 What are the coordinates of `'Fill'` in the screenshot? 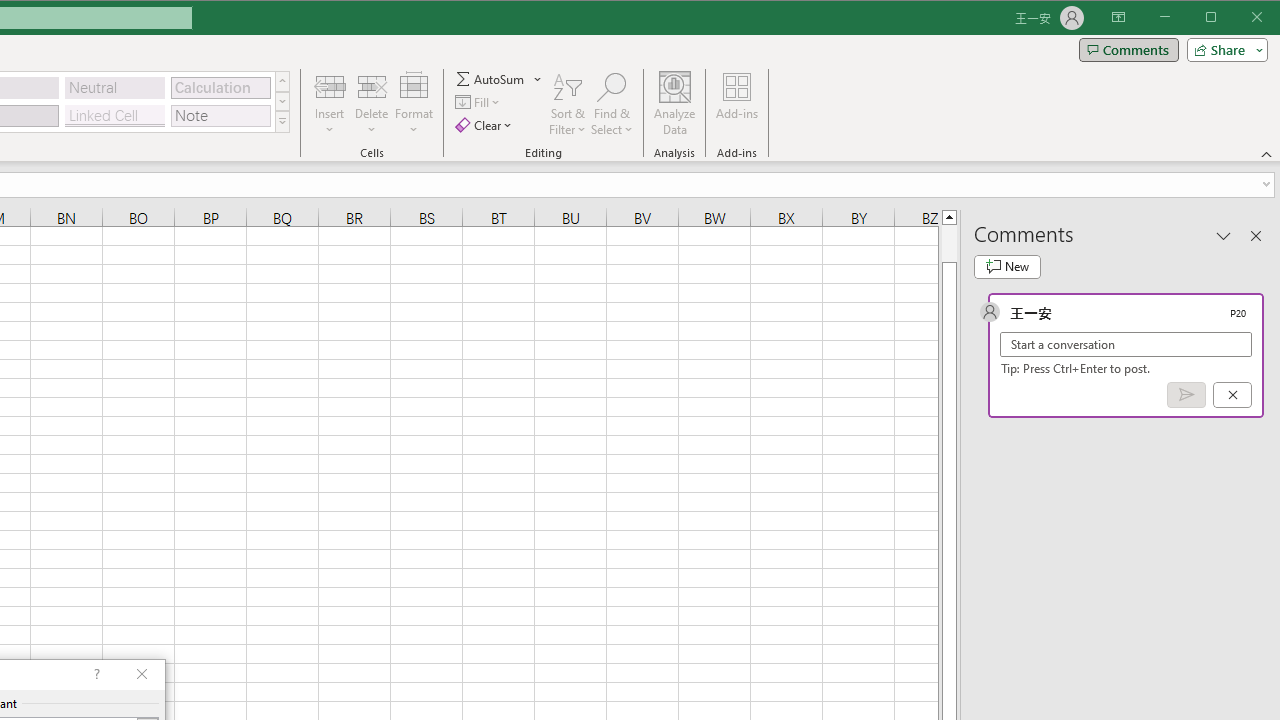 It's located at (478, 102).